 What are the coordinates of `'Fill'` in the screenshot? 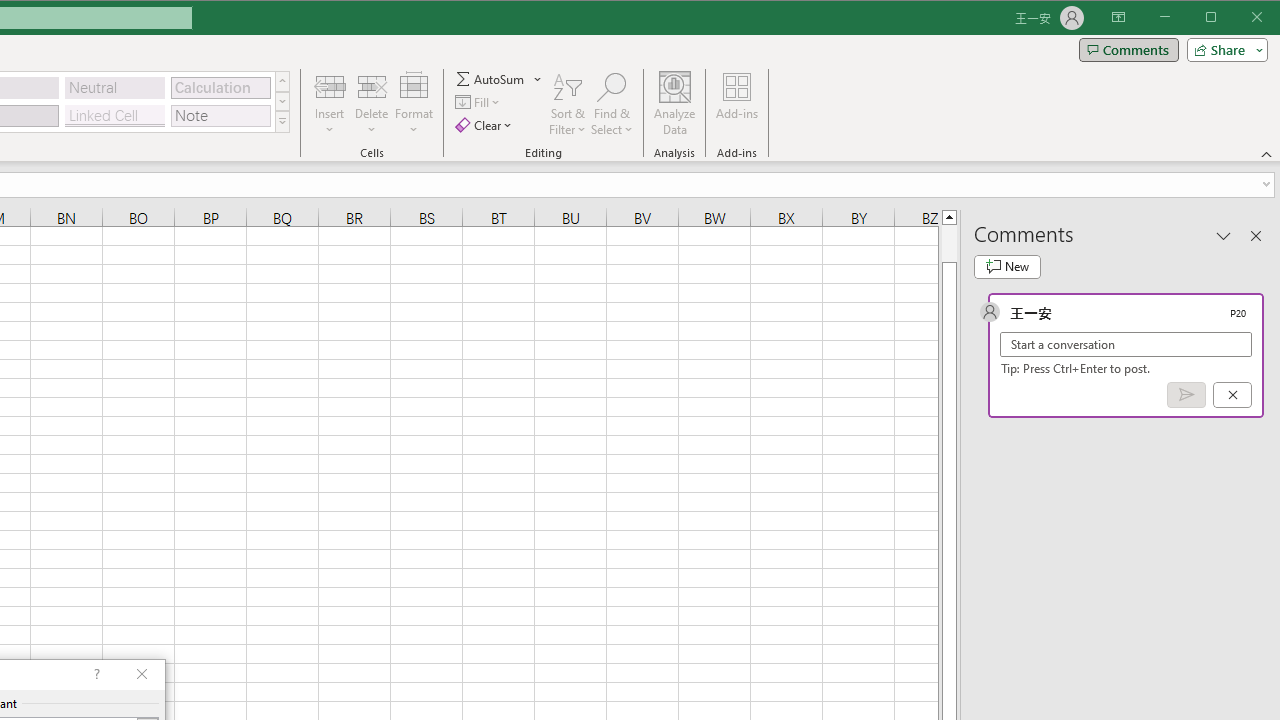 It's located at (478, 102).